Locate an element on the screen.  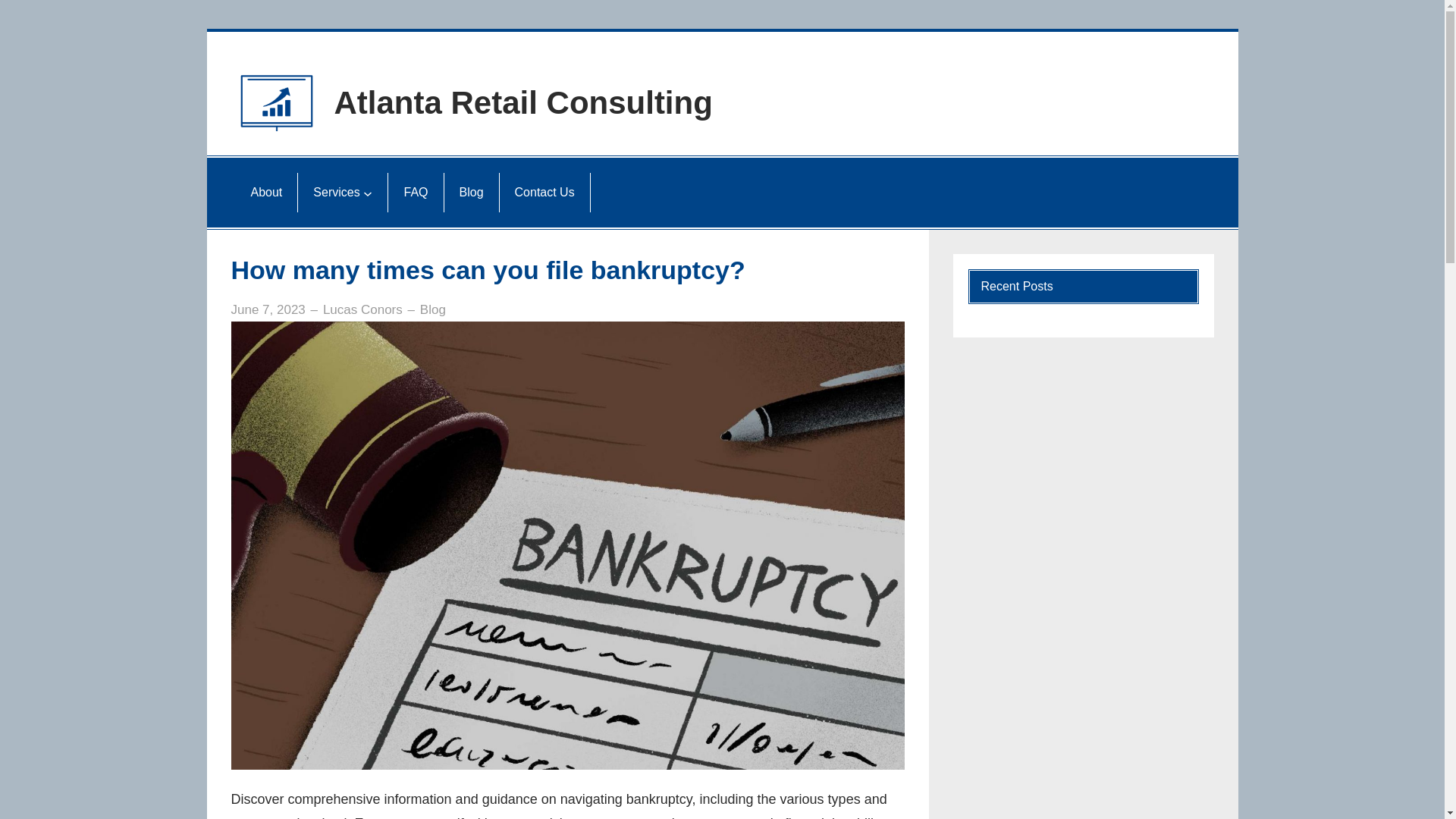
'Blog' is located at coordinates (471, 192).